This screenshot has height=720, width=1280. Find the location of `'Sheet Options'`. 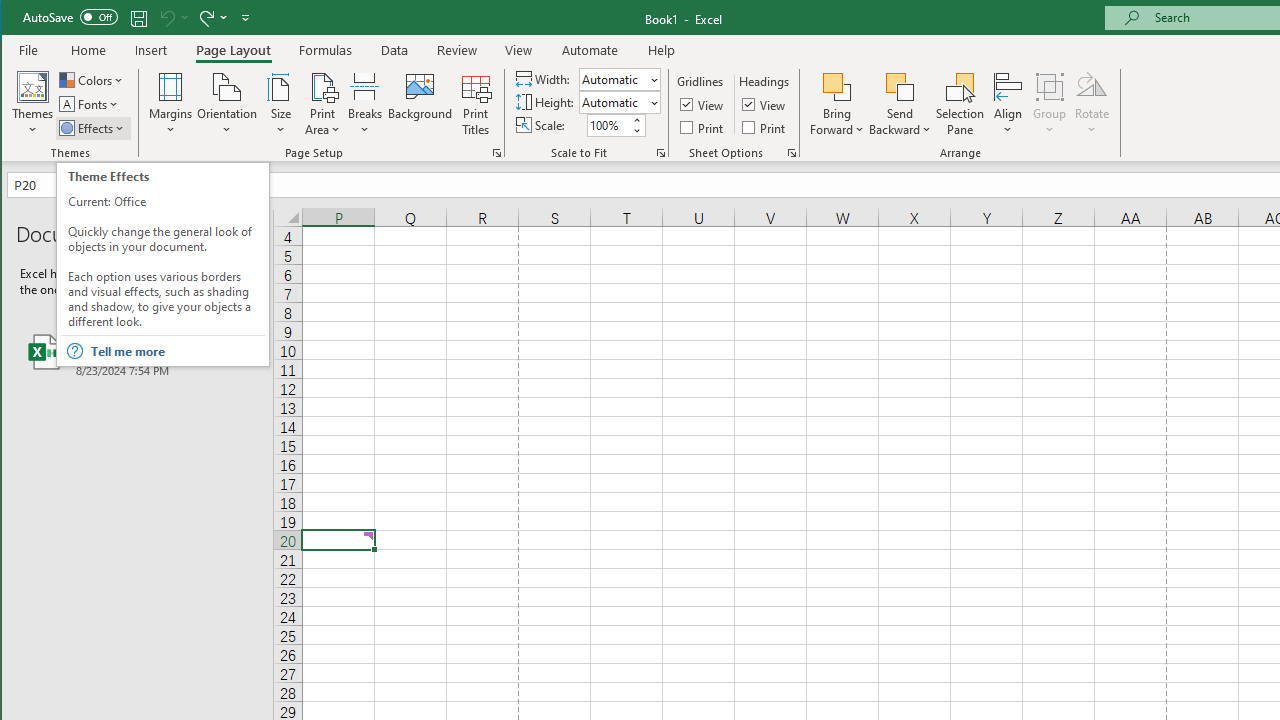

'Sheet Options' is located at coordinates (790, 152).